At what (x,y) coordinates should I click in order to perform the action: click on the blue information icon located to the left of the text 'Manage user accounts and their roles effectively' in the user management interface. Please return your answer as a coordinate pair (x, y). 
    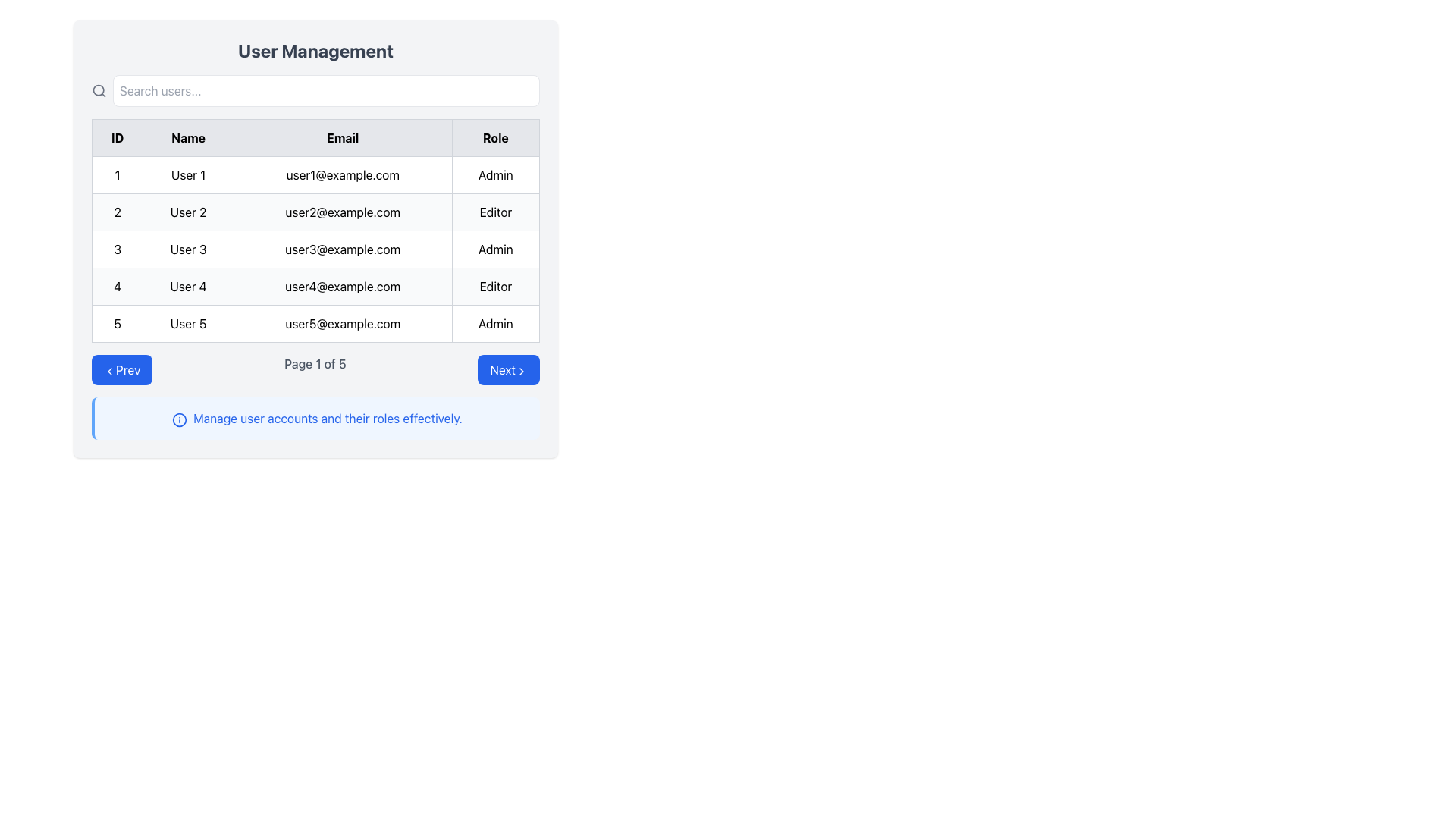
    Looking at the image, I should click on (180, 419).